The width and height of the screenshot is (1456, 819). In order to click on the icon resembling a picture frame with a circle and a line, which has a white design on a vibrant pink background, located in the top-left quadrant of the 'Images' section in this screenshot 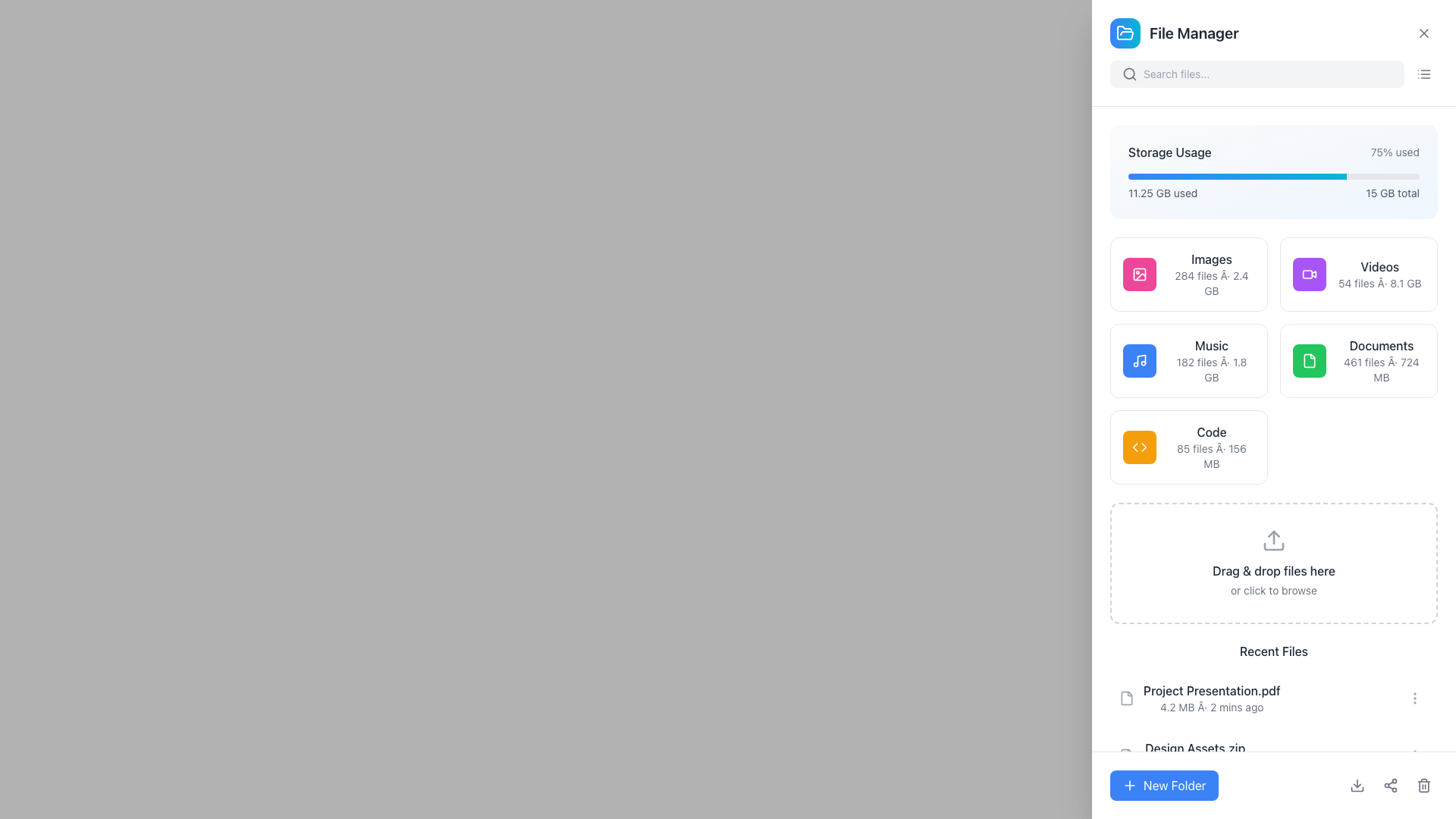, I will do `click(1139, 275)`.